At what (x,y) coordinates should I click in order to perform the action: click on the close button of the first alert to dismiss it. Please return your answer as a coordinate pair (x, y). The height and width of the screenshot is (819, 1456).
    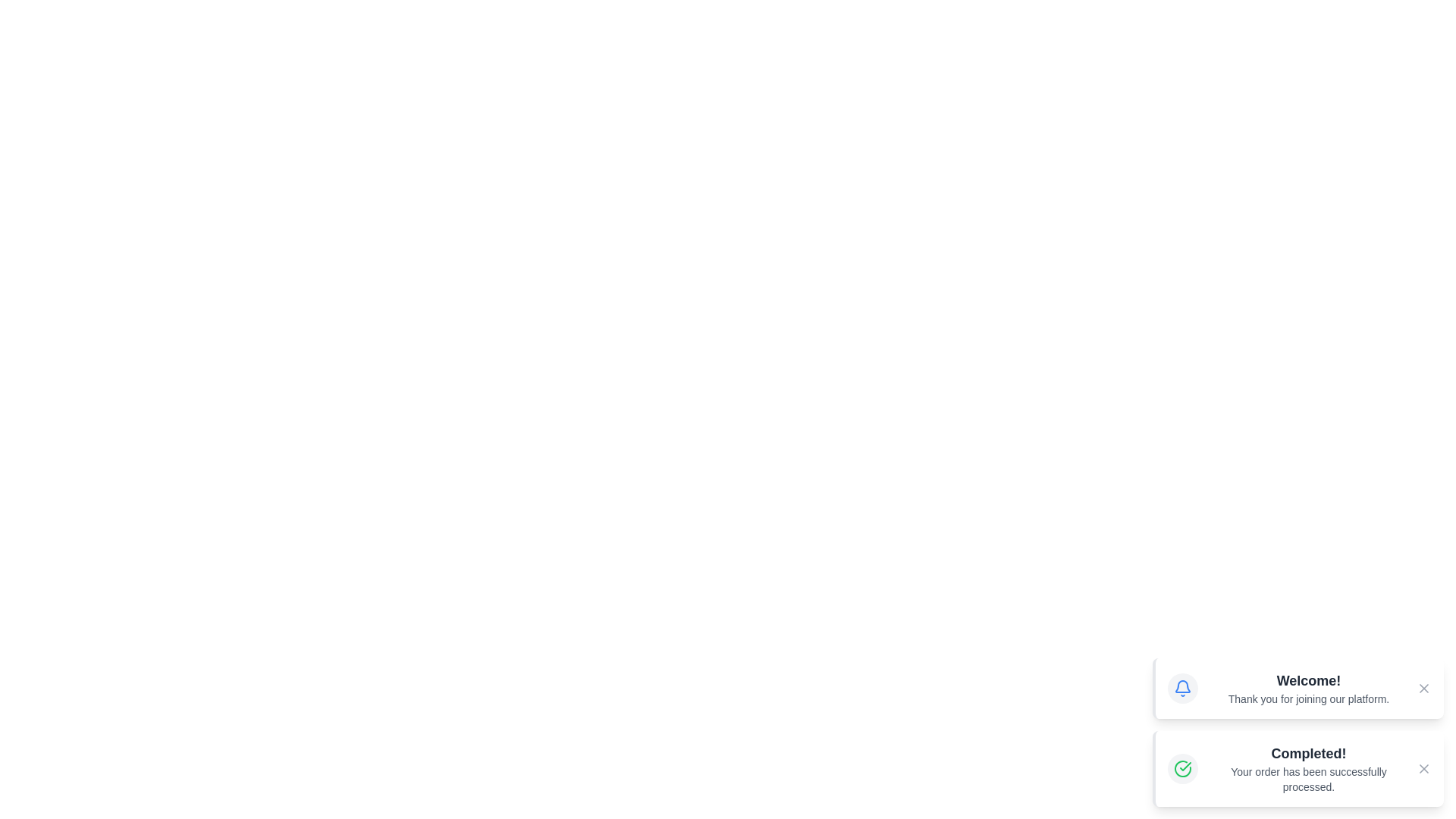
    Looking at the image, I should click on (1423, 688).